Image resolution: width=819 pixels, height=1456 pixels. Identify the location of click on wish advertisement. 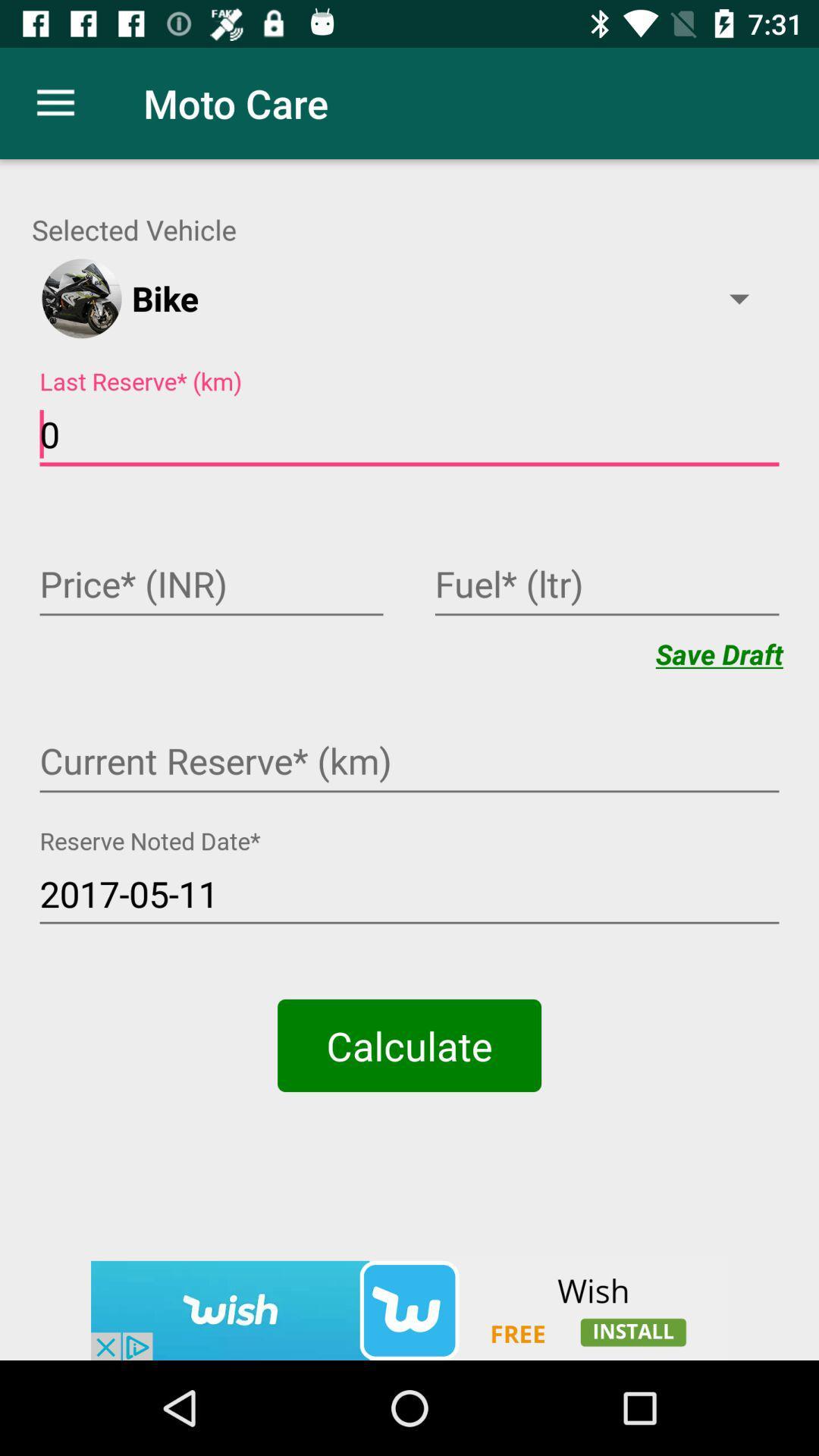
(409, 1310).